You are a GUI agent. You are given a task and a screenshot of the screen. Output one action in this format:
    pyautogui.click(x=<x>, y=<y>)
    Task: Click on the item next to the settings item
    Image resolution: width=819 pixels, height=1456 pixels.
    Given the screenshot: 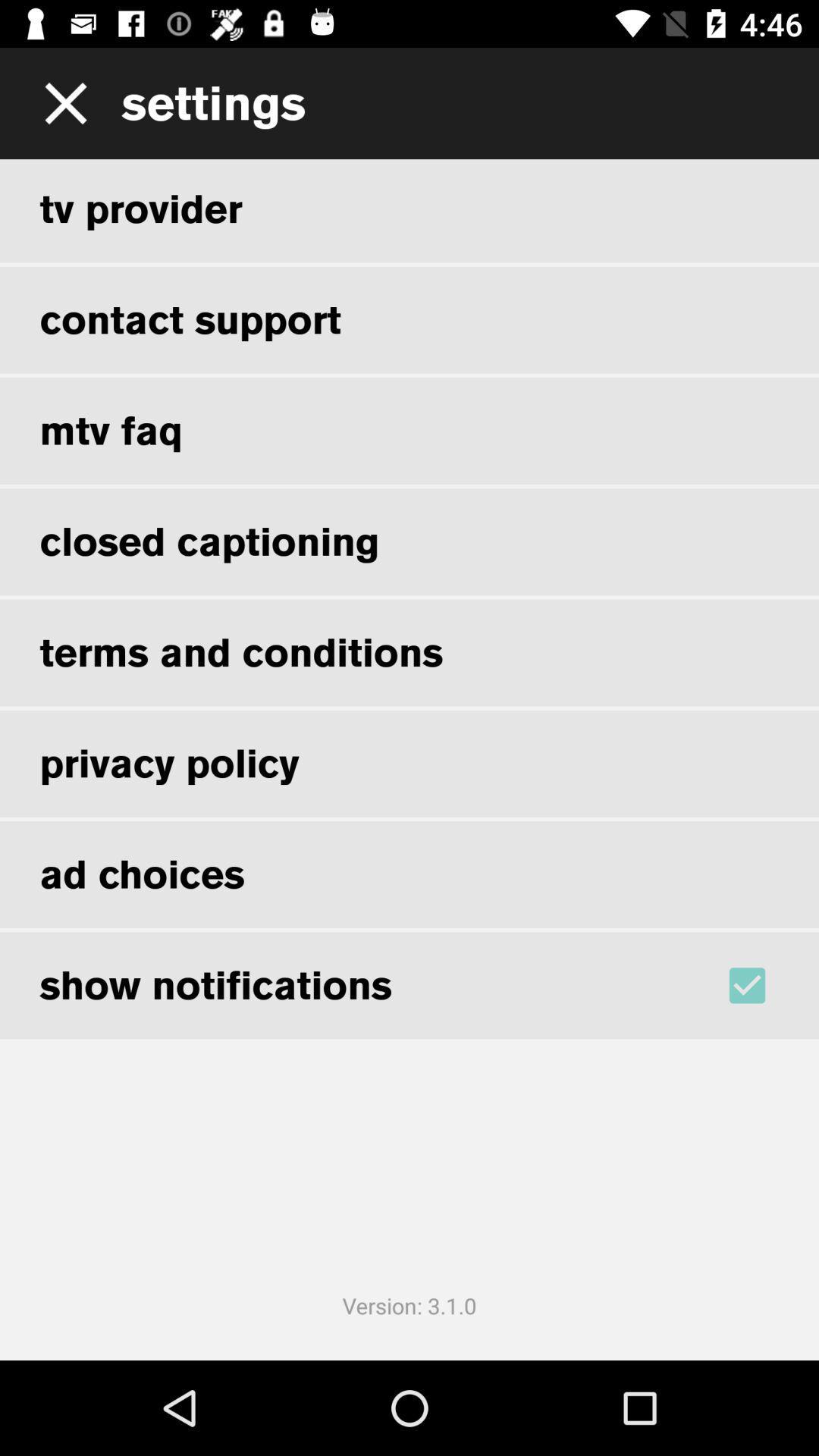 What is the action you would take?
    pyautogui.click(x=60, y=102)
    